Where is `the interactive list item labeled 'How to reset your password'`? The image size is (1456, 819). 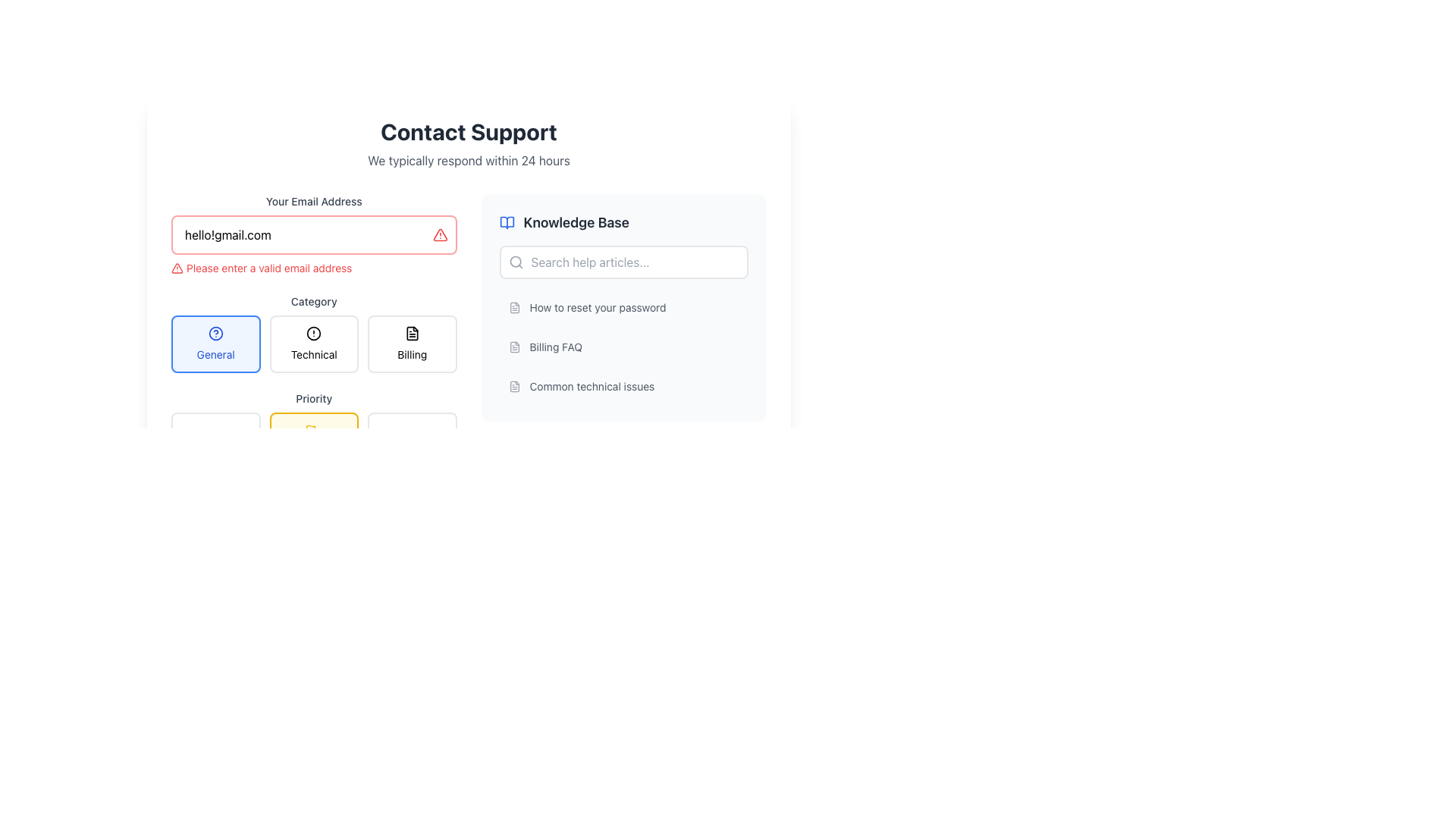 the interactive list item labeled 'How to reset your password' is located at coordinates (623, 307).